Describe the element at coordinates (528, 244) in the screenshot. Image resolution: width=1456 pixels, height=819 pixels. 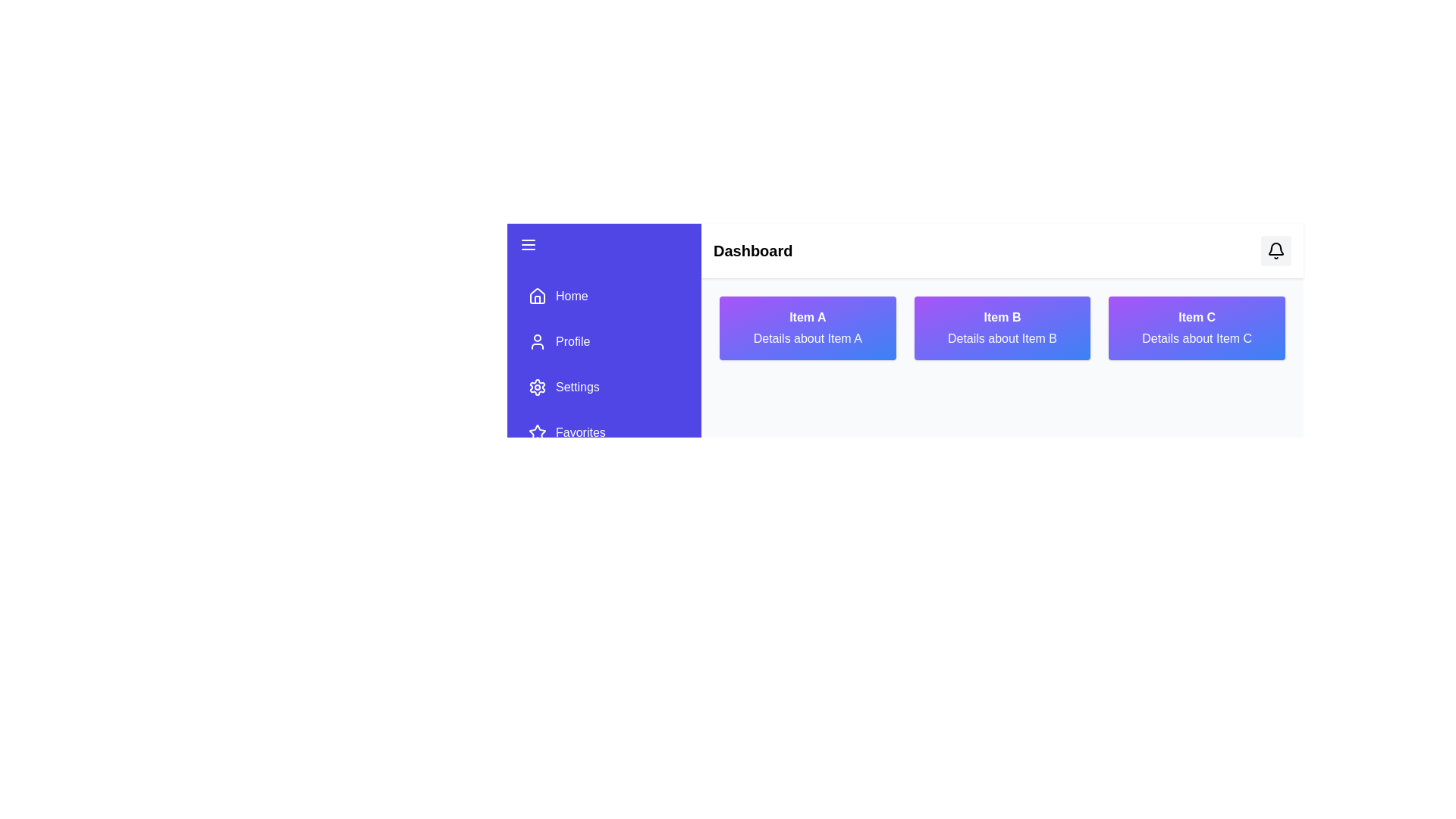
I see `the icon button with three horizontal white lines on a purple background` at that location.